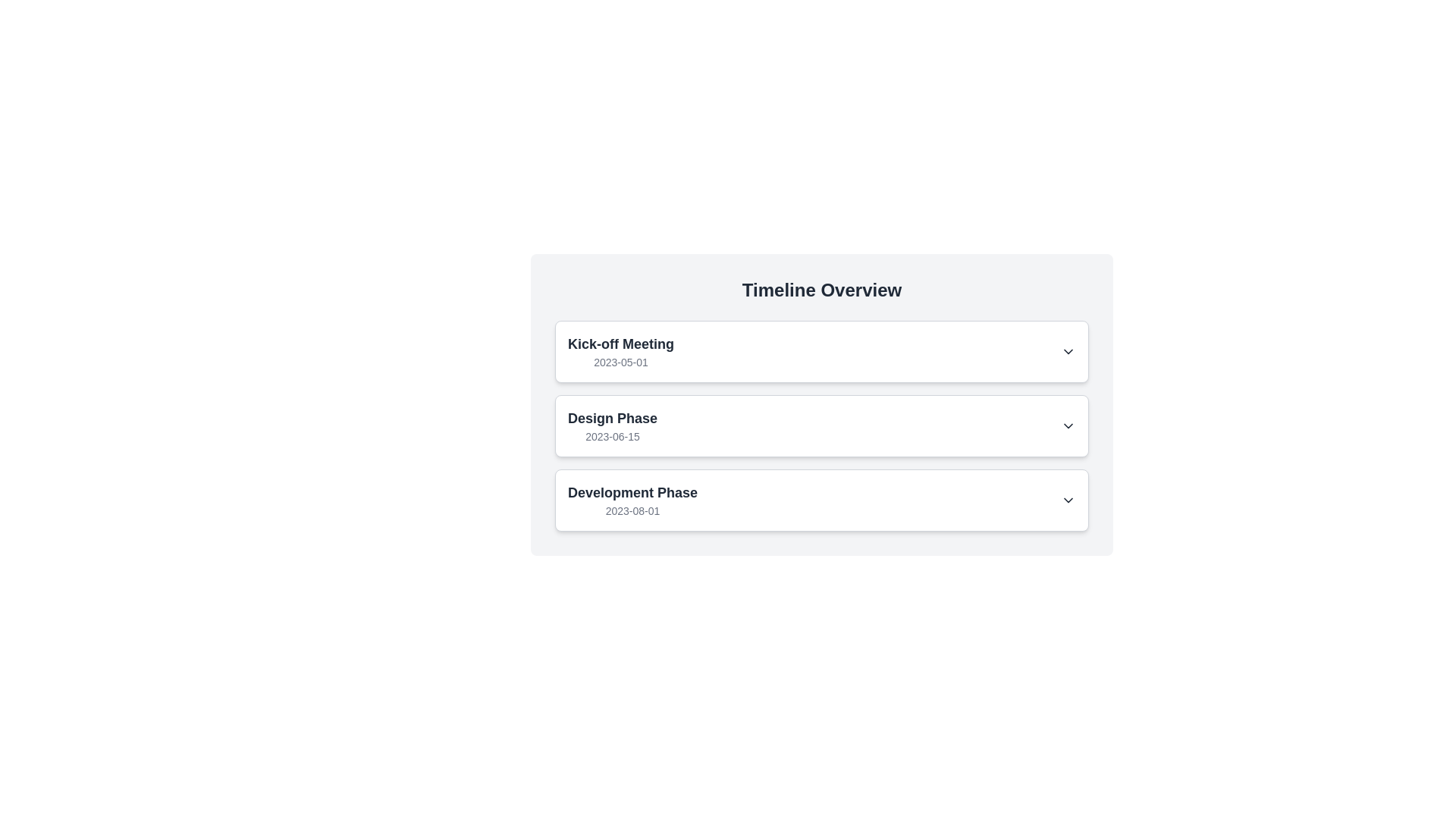 The image size is (1456, 819). What do you see at coordinates (821, 500) in the screenshot?
I see `the 'Development Phase' dropdown item` at bounding box center [821, 500].